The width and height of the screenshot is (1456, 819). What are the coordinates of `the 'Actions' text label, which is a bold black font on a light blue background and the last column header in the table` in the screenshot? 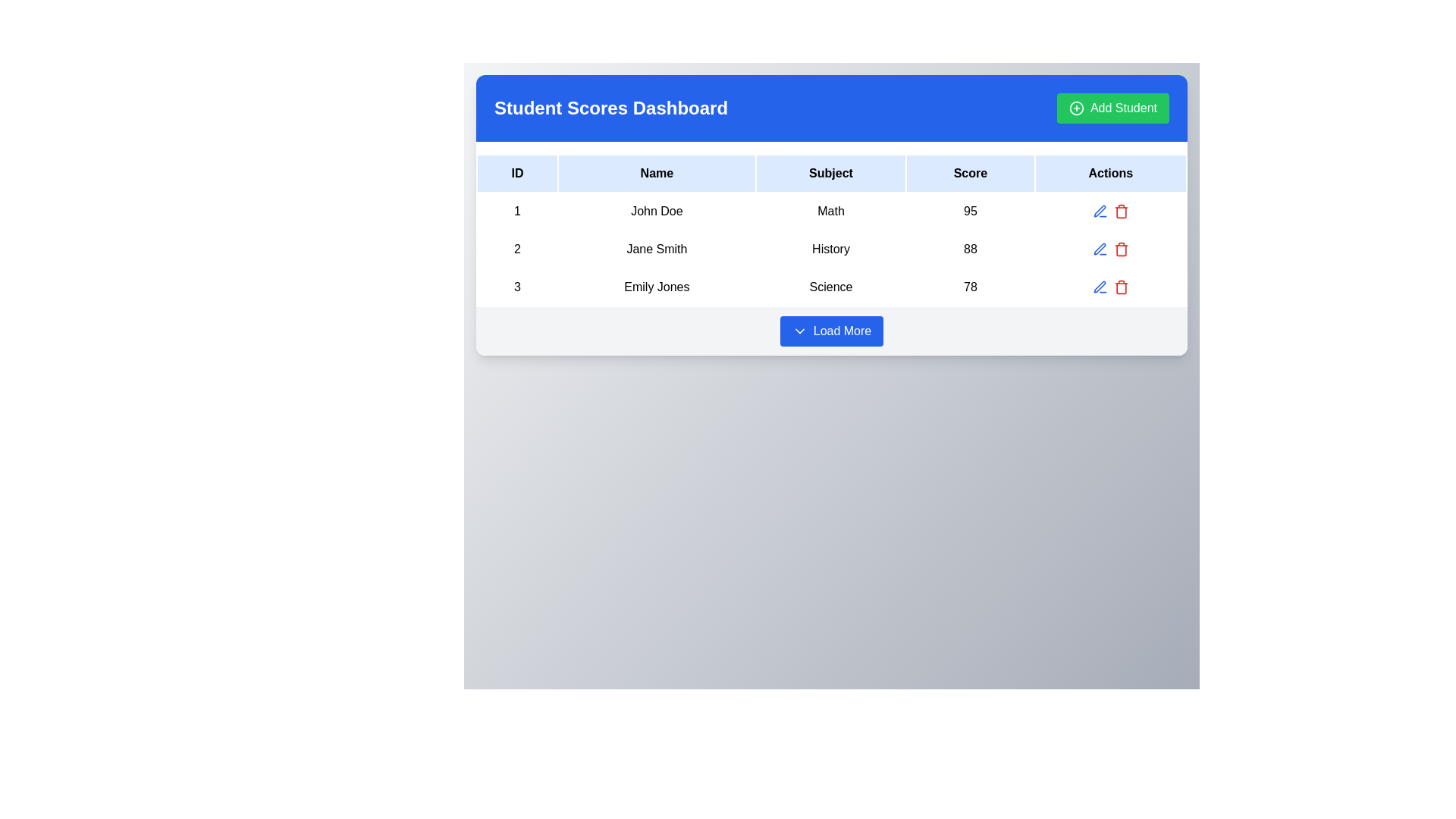 It's located at (1110, 172).